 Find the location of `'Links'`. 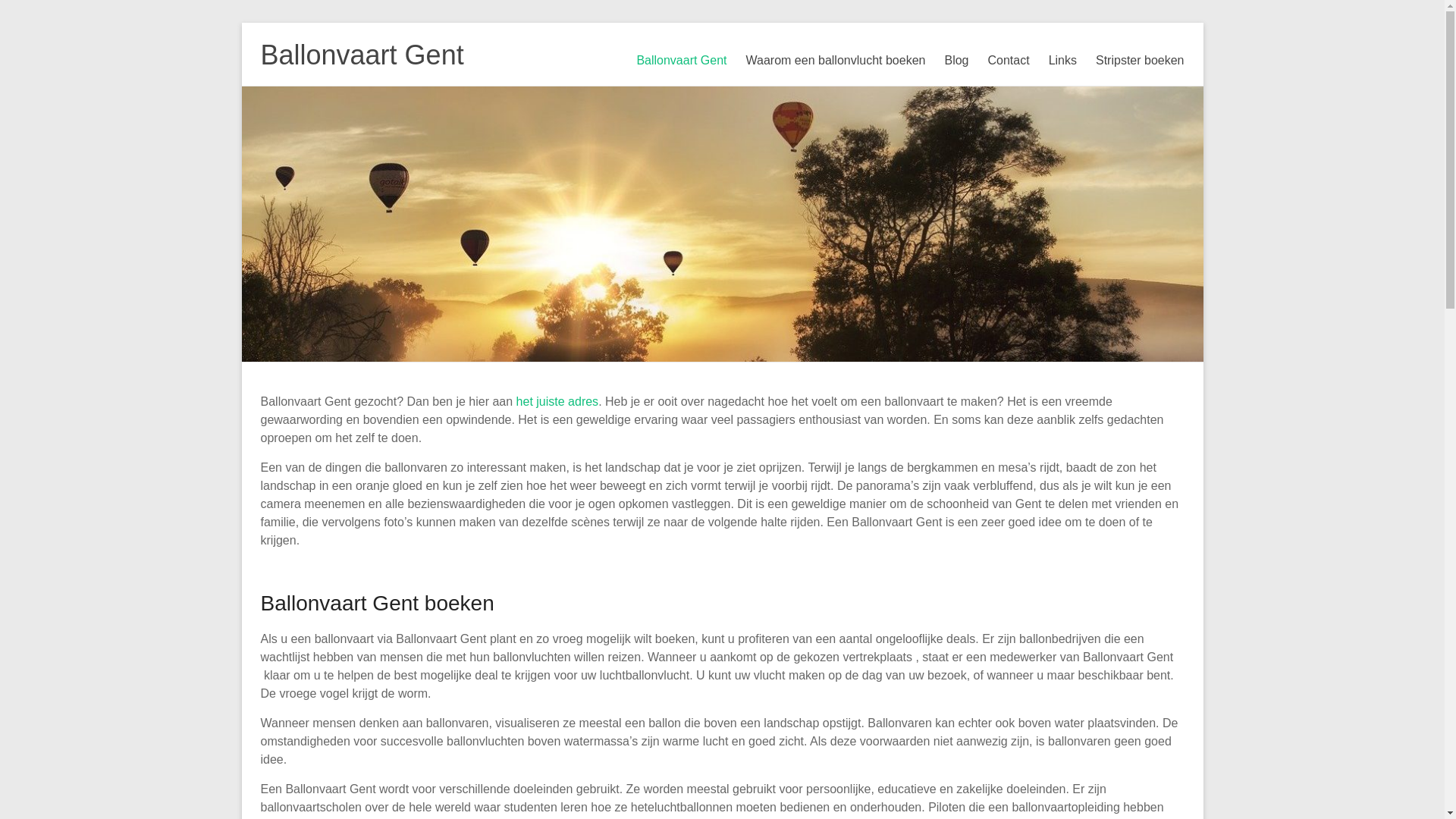

'Links' is located at coordinates (1047, 60).